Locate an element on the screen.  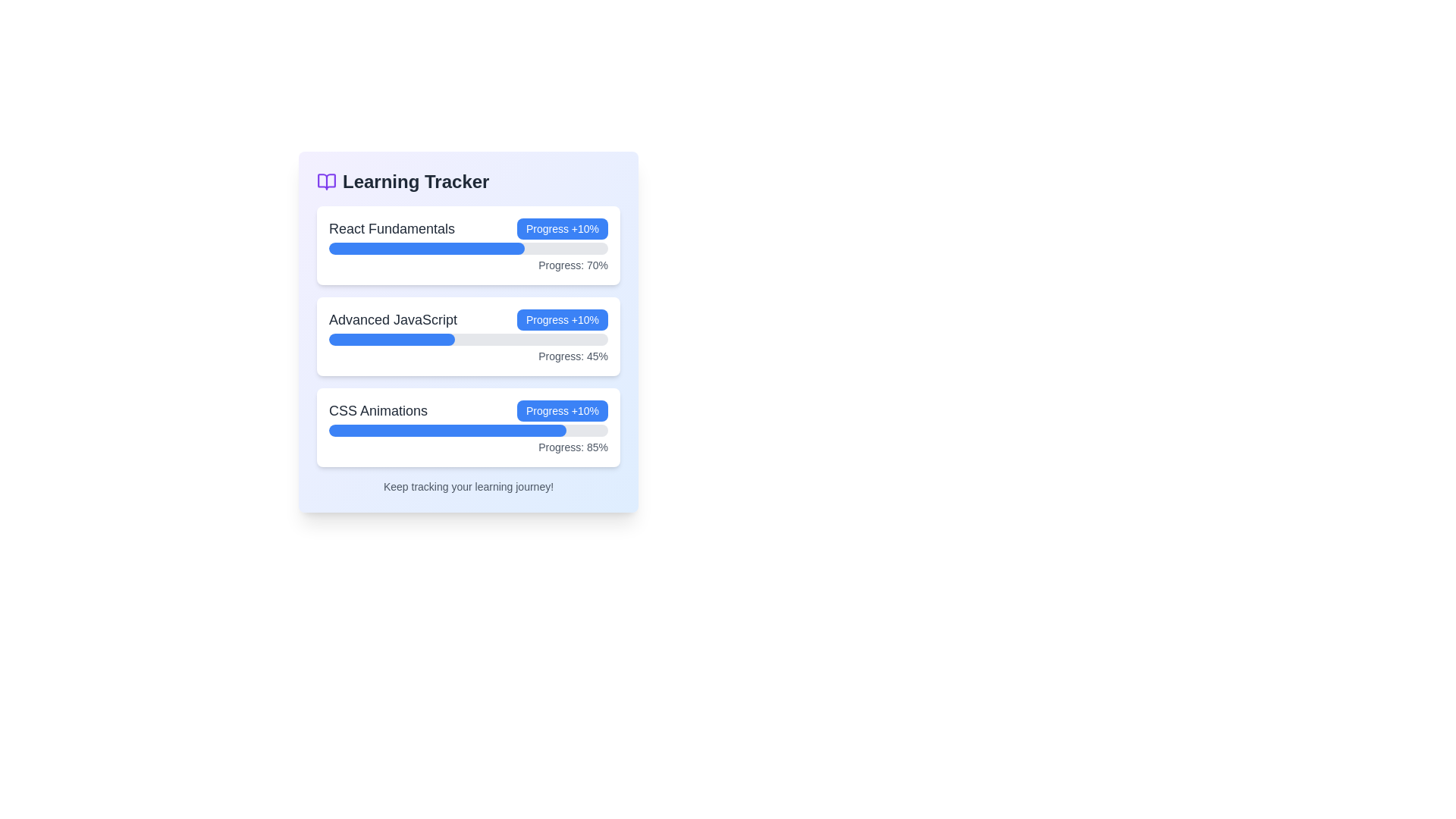
the 'Learning Tracker' title element which includes an open book icon is located at coordinates (468, 180).